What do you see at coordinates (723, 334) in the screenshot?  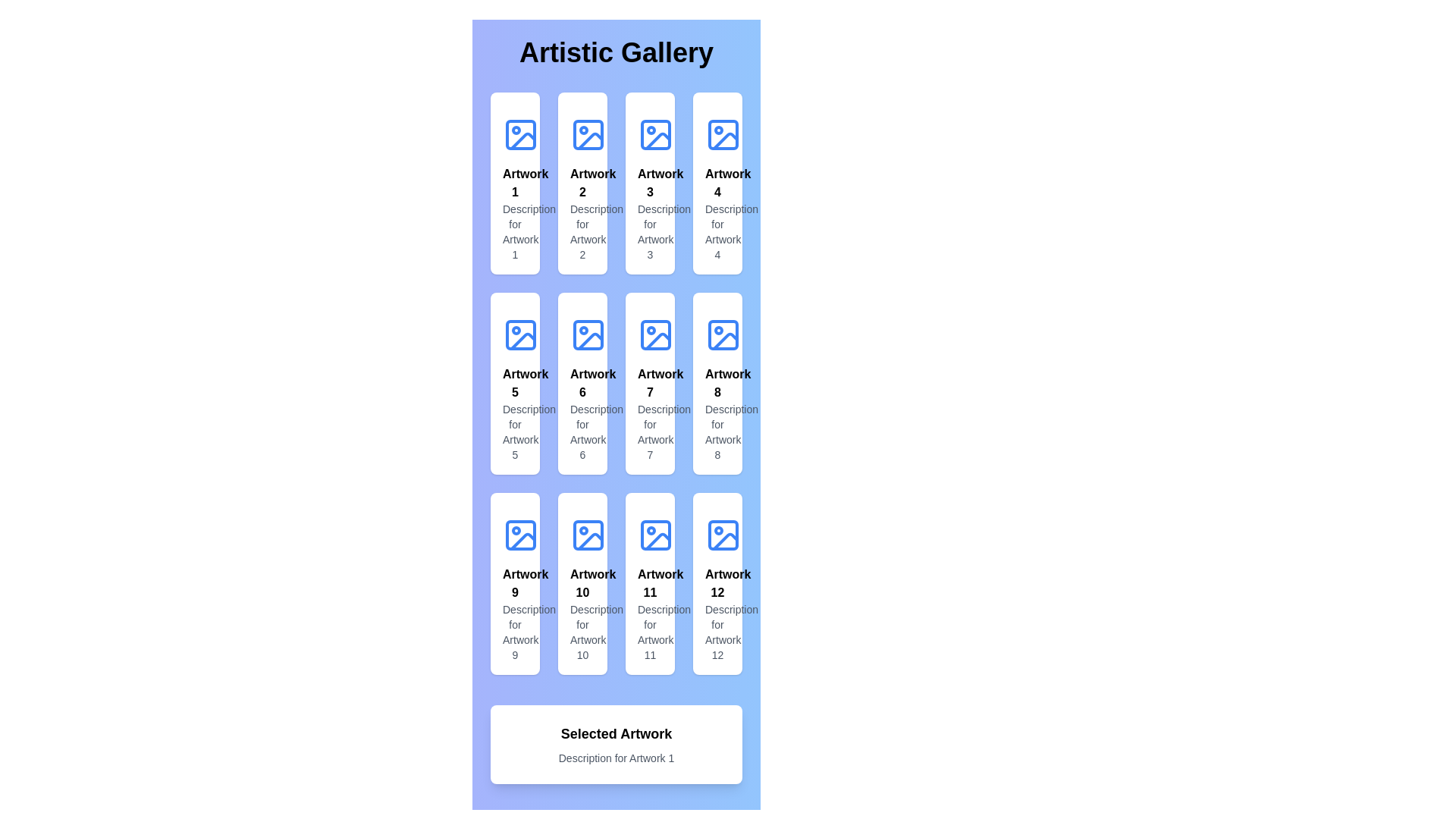 I see `the icon representing 'Artwork 8' located at the top center of the card` at bounding box center [723, 334].